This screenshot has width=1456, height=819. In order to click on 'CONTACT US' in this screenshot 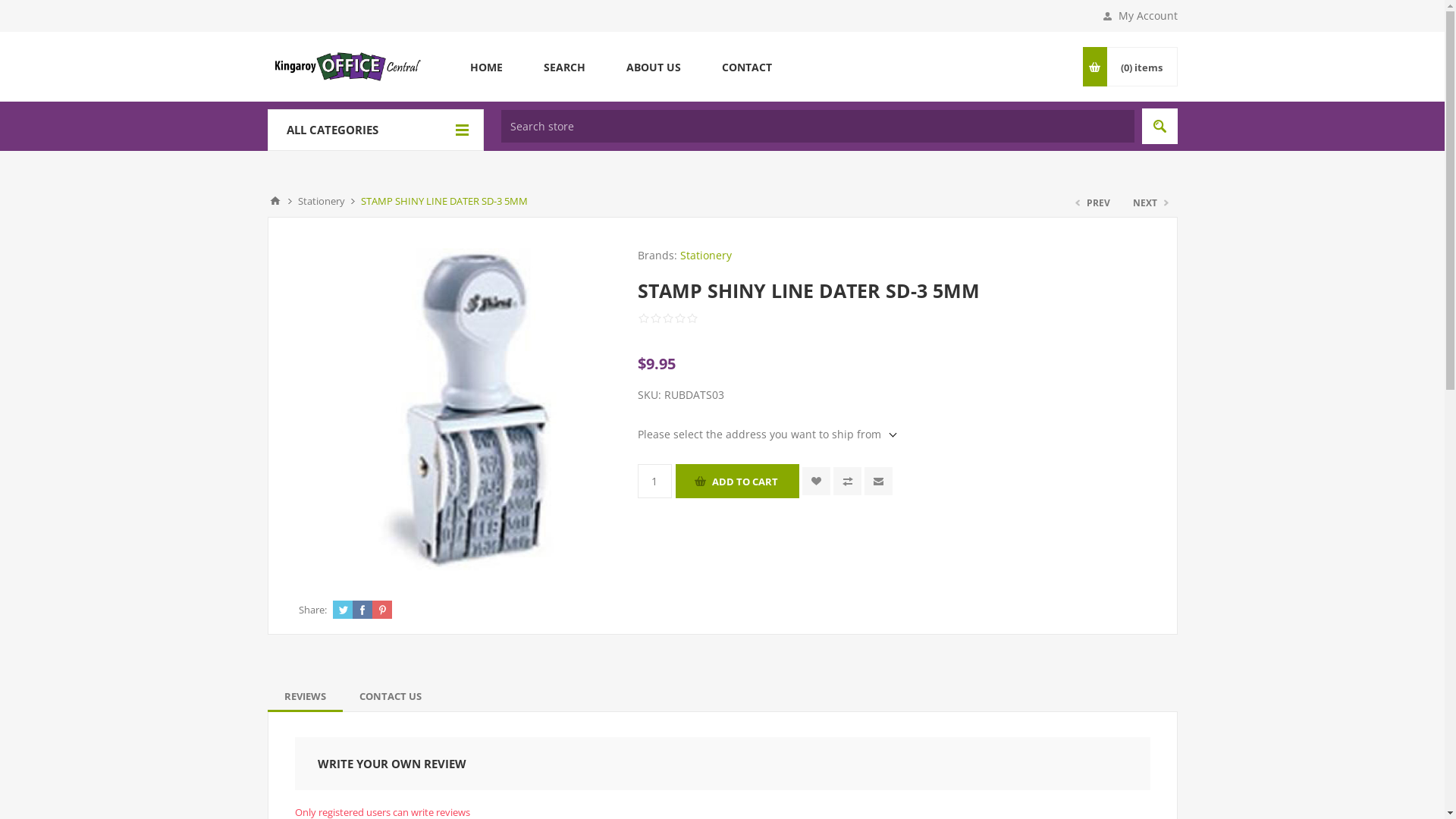, I will do `click(390, 696)`.